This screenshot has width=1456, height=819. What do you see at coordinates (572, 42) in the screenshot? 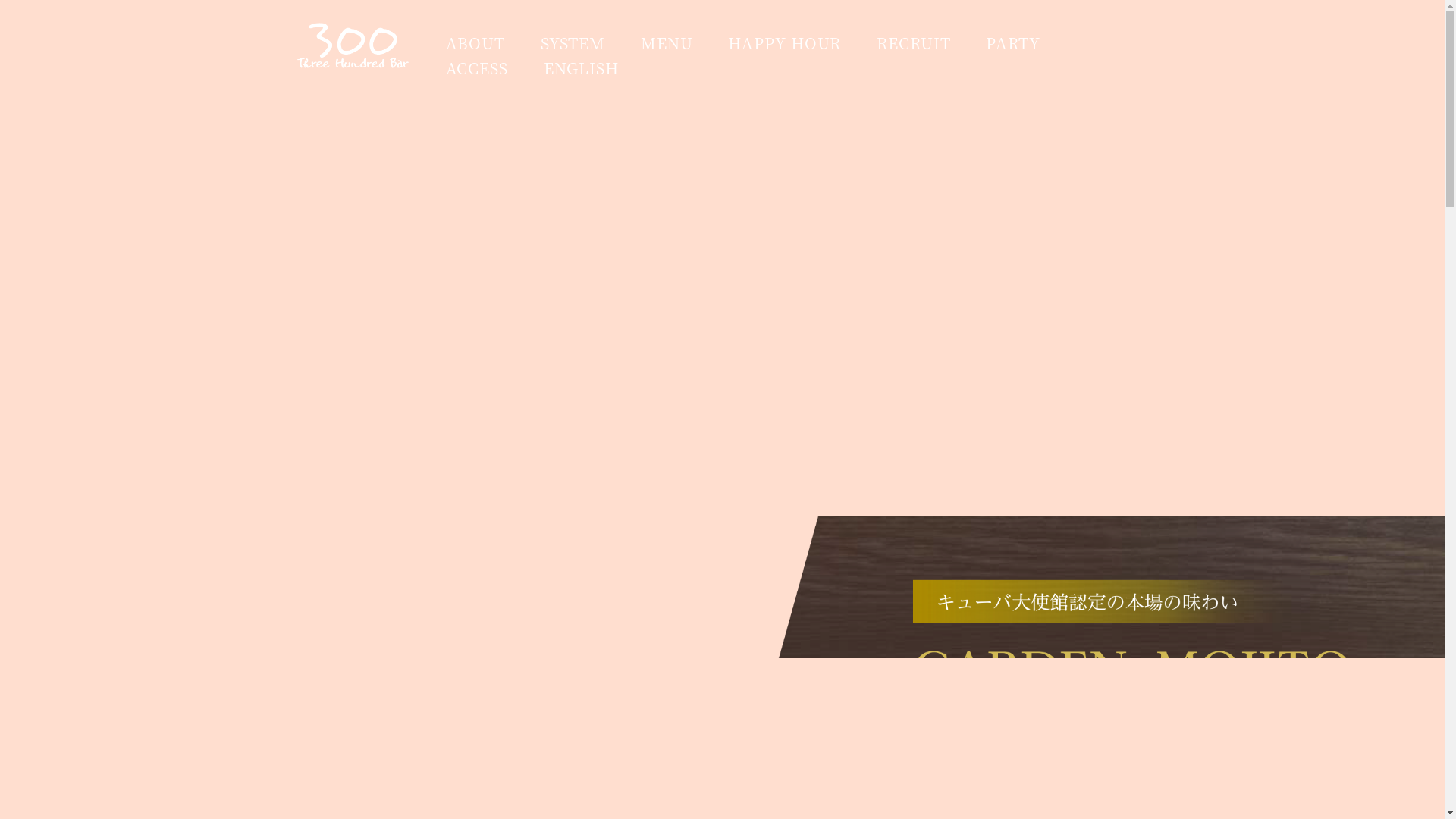
I see `'SYSTEM'` at bounding box center [572, 42].